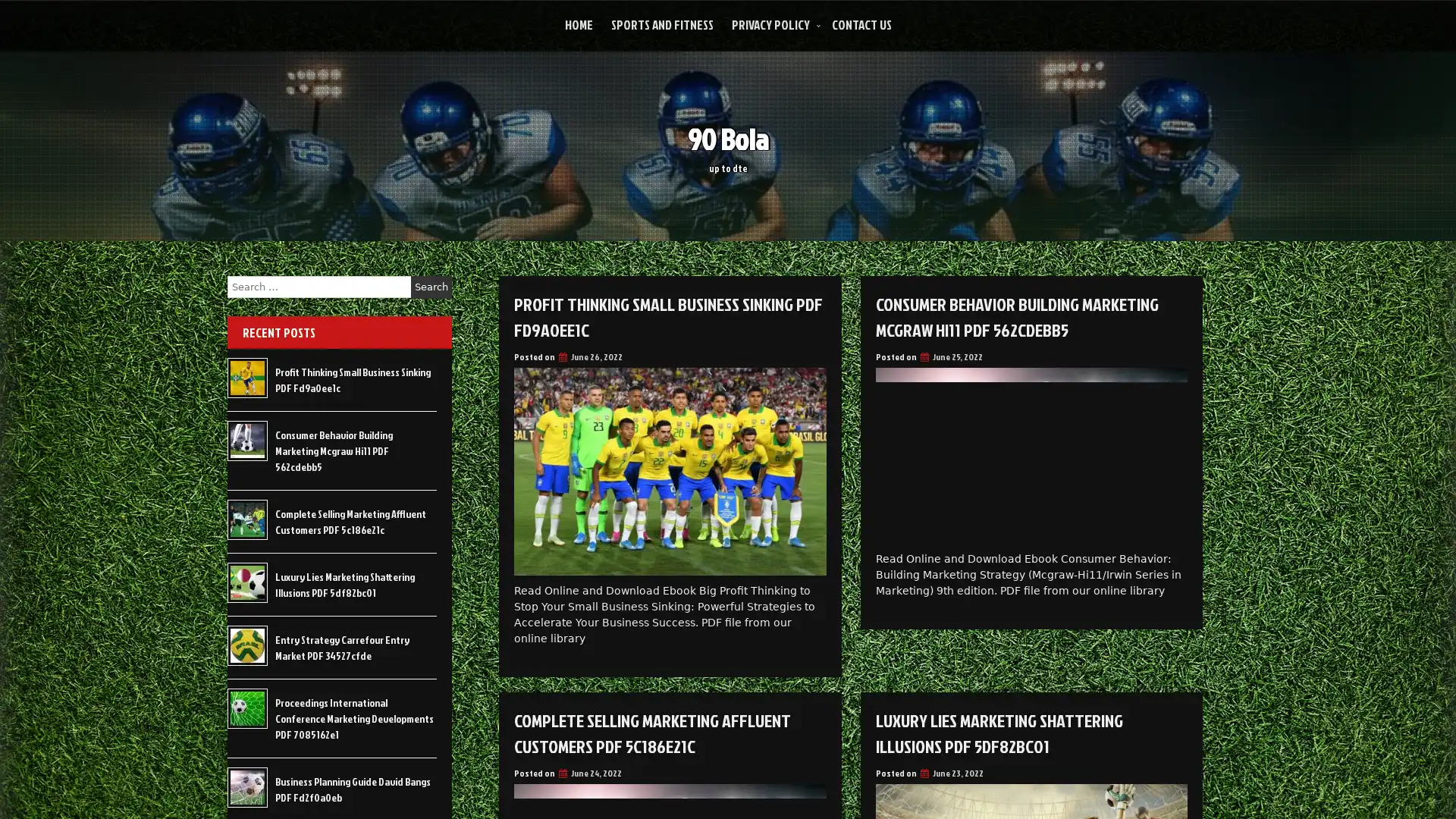 Image resolution: width=1456 pixels, height=819 pixels. I want to click on Search, so click(431, 287).